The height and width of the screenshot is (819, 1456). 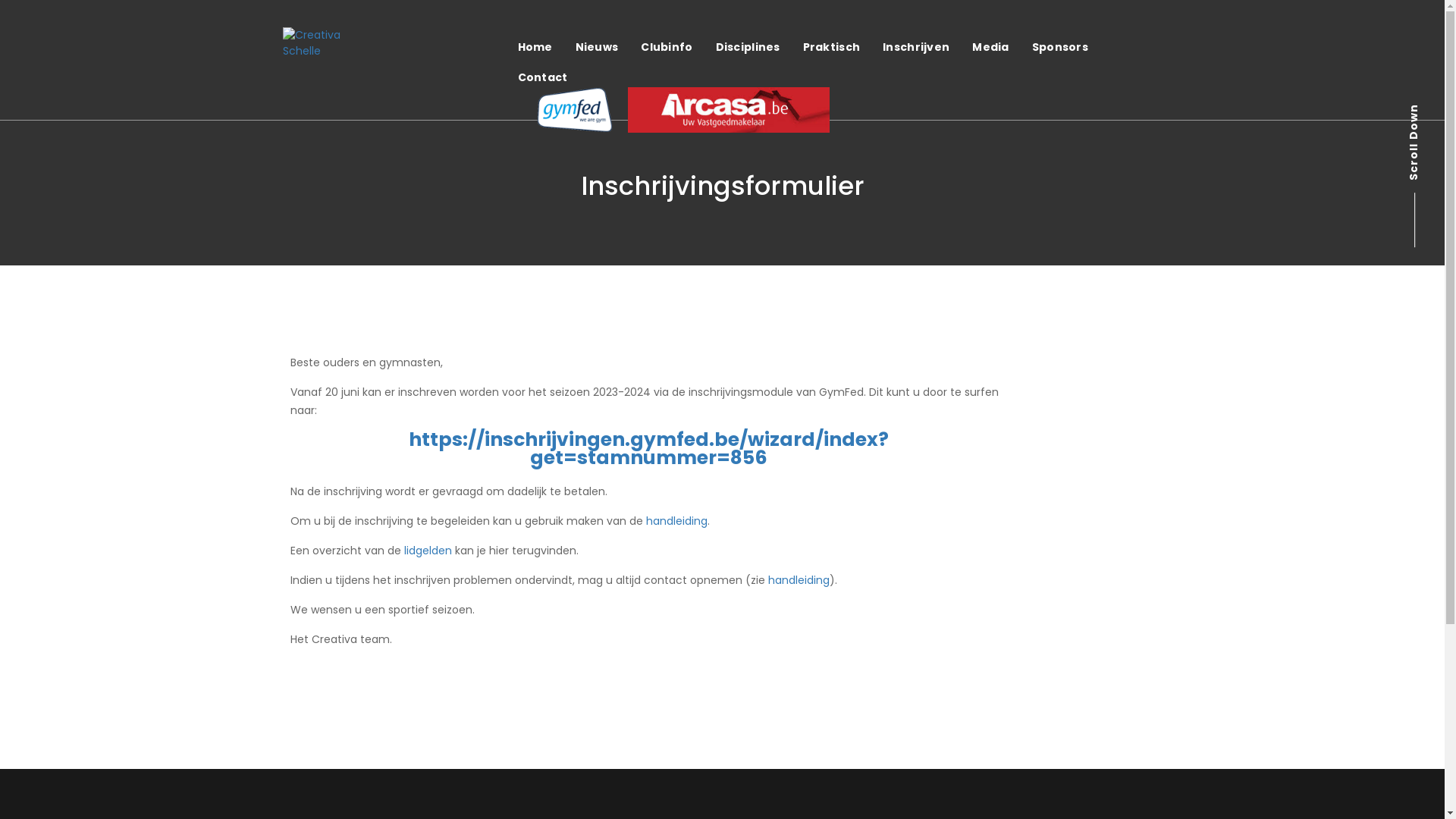 I want to click on 'Disciplines', so click(x=748, y=45).